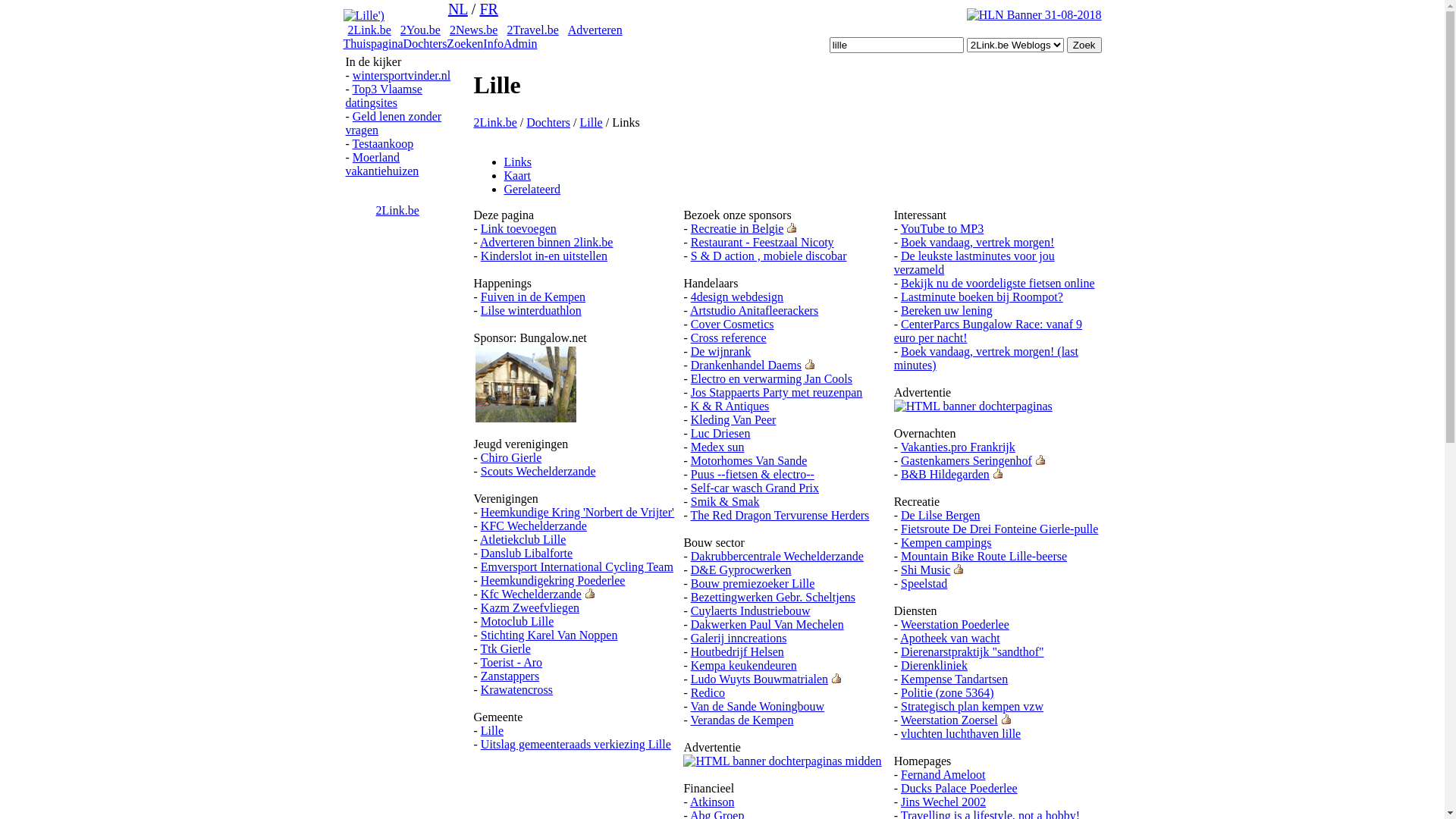 The height and width of the screenshot is (819, 1456). What do you see at coordinates (479, 730) in the screenshot?
I see `'Lille'` at bounding box center [479, 730].